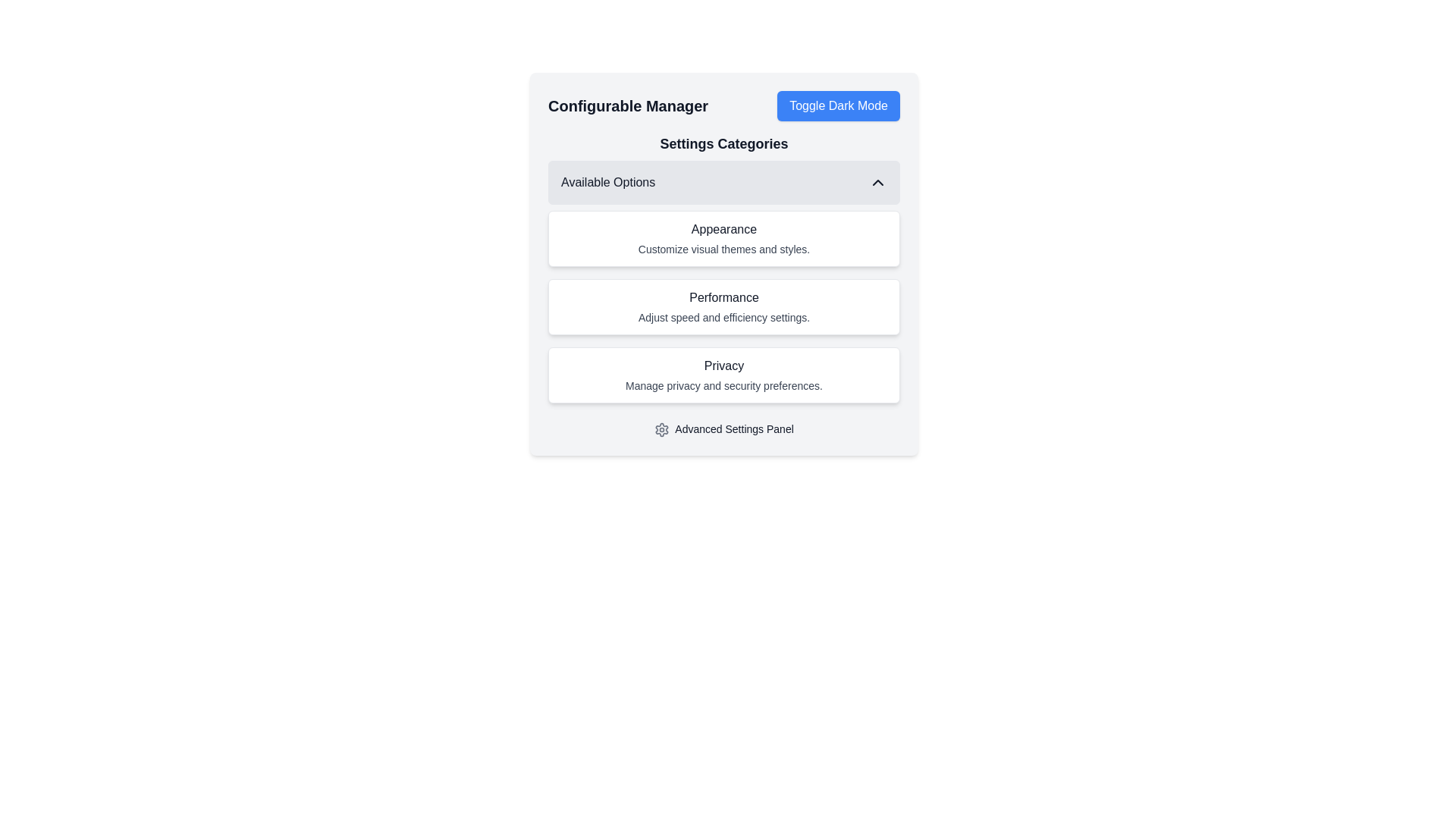 This screenshot has height=819, width=1456. What do you see at coordinates (723, 429) in the screenshot?
I see `the 'Advanced Settings Panel' text element accompanied by a settings icon, which is centered at the bottom of the interface` at bounding box center [723, 429].